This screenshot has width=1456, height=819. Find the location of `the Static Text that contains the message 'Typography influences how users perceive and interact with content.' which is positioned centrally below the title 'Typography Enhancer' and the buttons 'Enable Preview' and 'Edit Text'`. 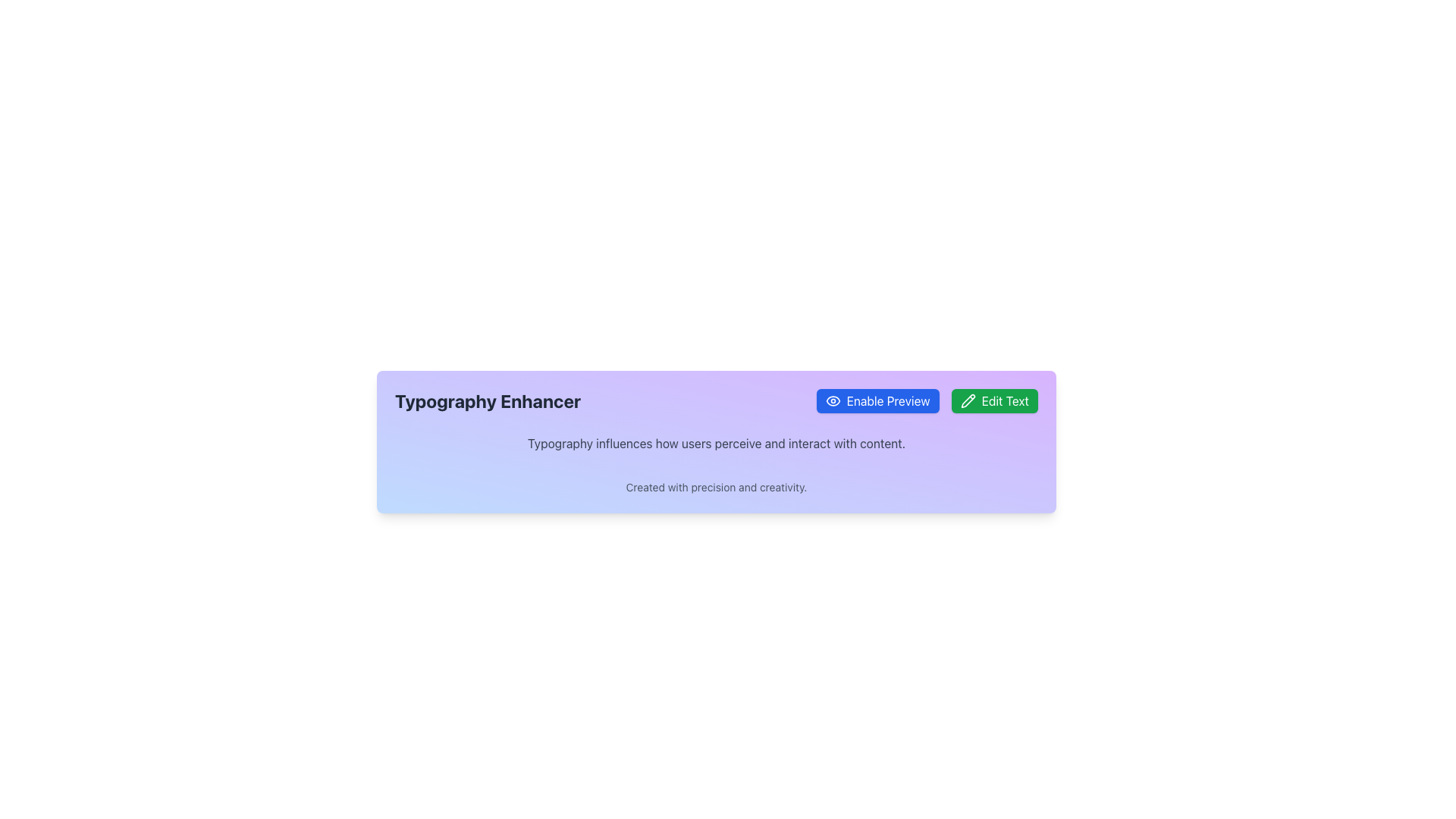

the Static Text that contains the message 'Typography influences how users perceive and interact with content.' which is positioned centrally below the title 'Typography Enhancer' and the buttons 'Enable Preview' and 'Edit Text' is located at coordinates (716, 444).